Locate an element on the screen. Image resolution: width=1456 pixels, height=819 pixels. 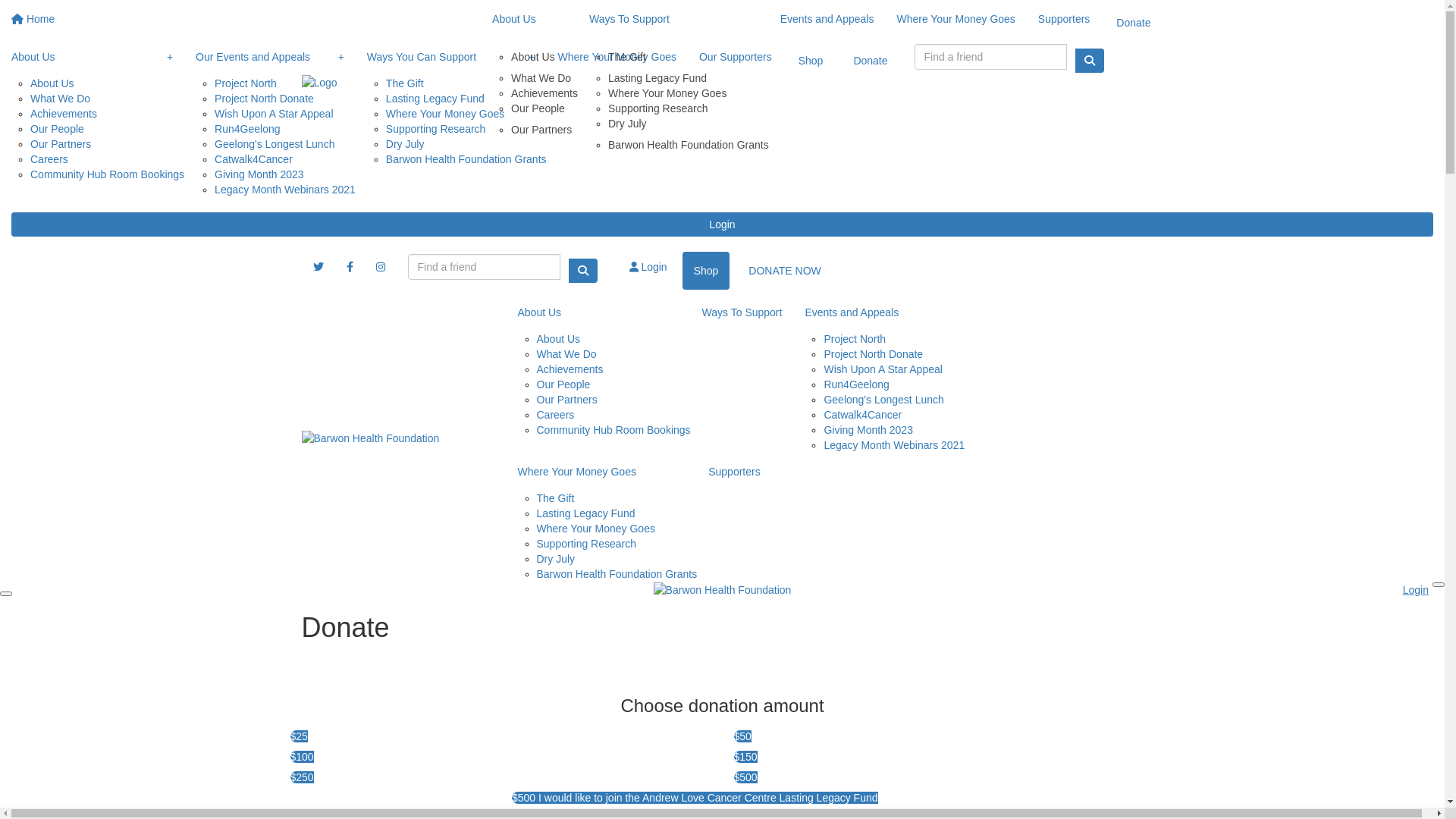
'What We Do' is located at coordinates (60, 99).